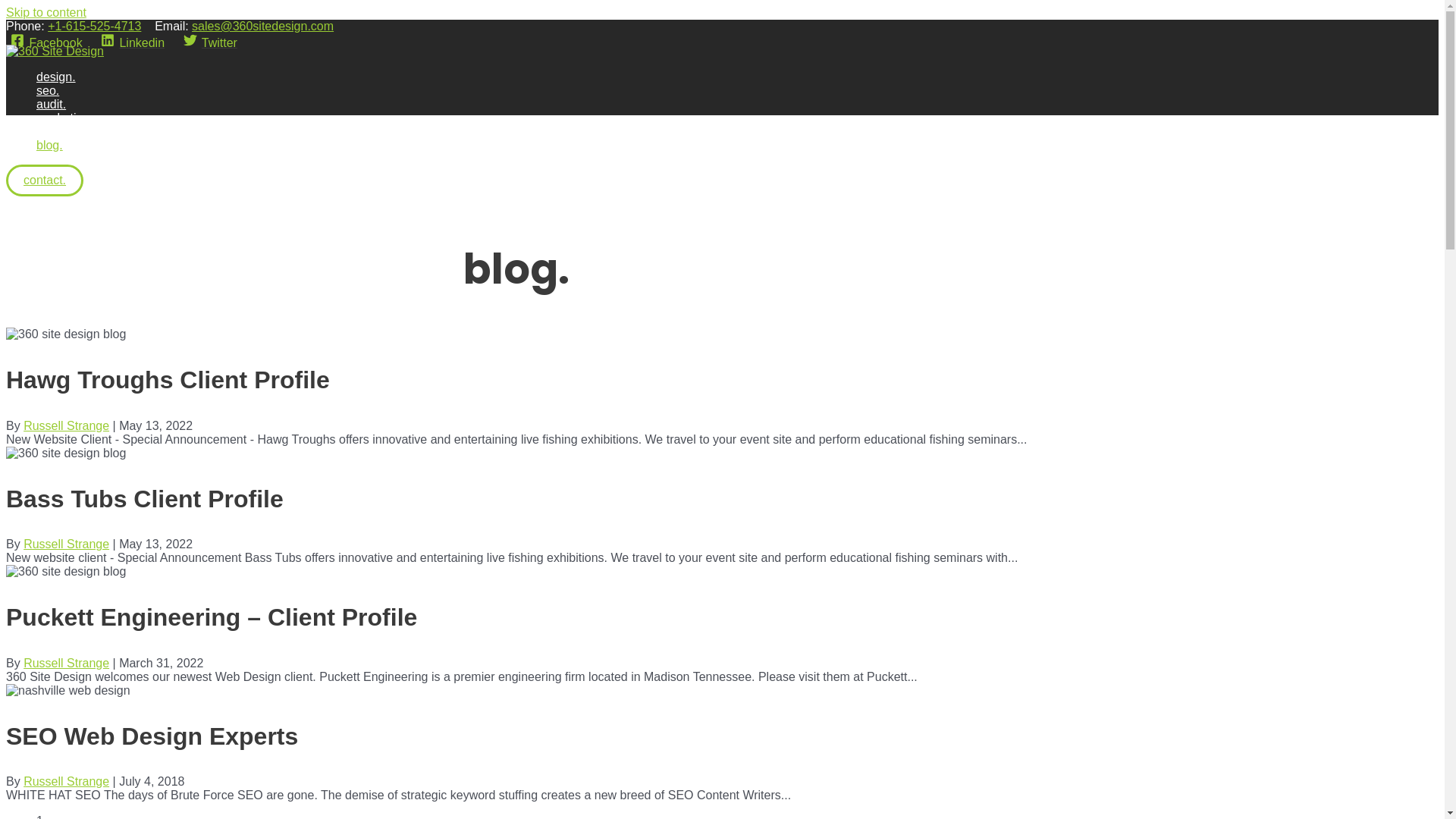 Image resolution: width=1456 pixels, height=819 pixels. What do you see at coordinates (178, 42) in the screenshot?
I see `'Twitter'` at bounding box center [178, 42].